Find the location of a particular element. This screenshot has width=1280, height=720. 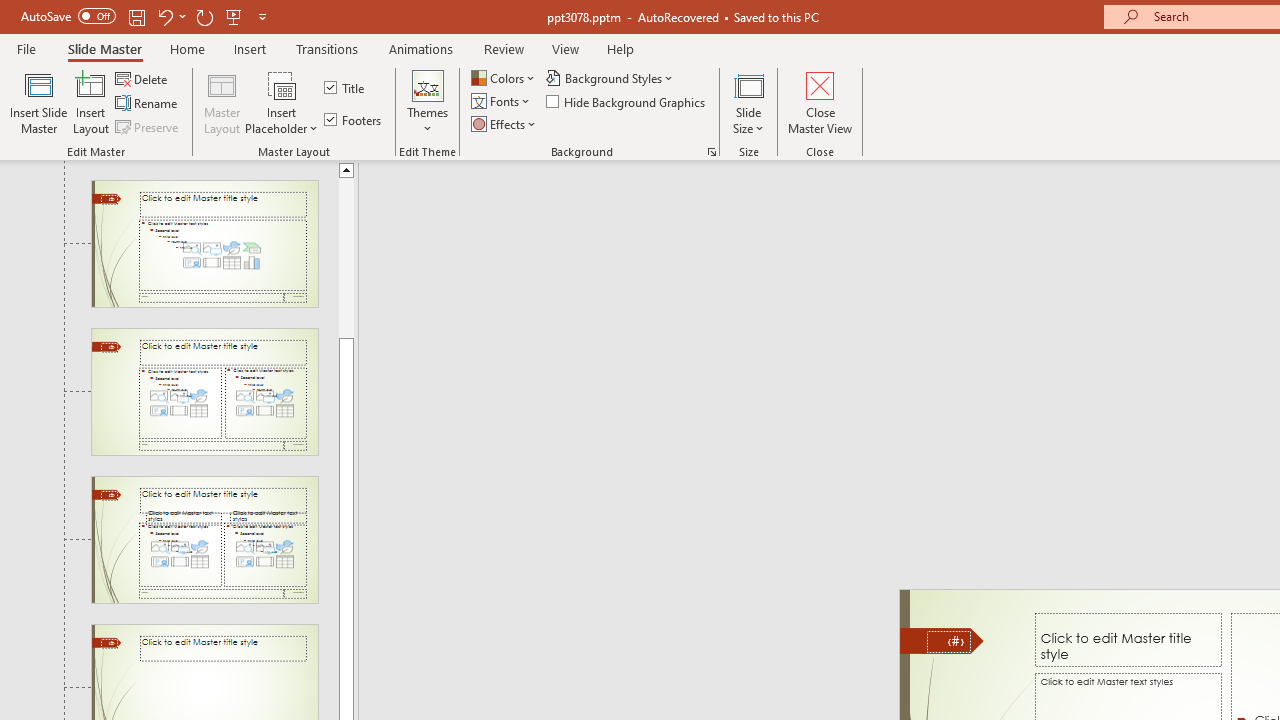

'Insert Slide Master' is located at coordinates (39, 103).